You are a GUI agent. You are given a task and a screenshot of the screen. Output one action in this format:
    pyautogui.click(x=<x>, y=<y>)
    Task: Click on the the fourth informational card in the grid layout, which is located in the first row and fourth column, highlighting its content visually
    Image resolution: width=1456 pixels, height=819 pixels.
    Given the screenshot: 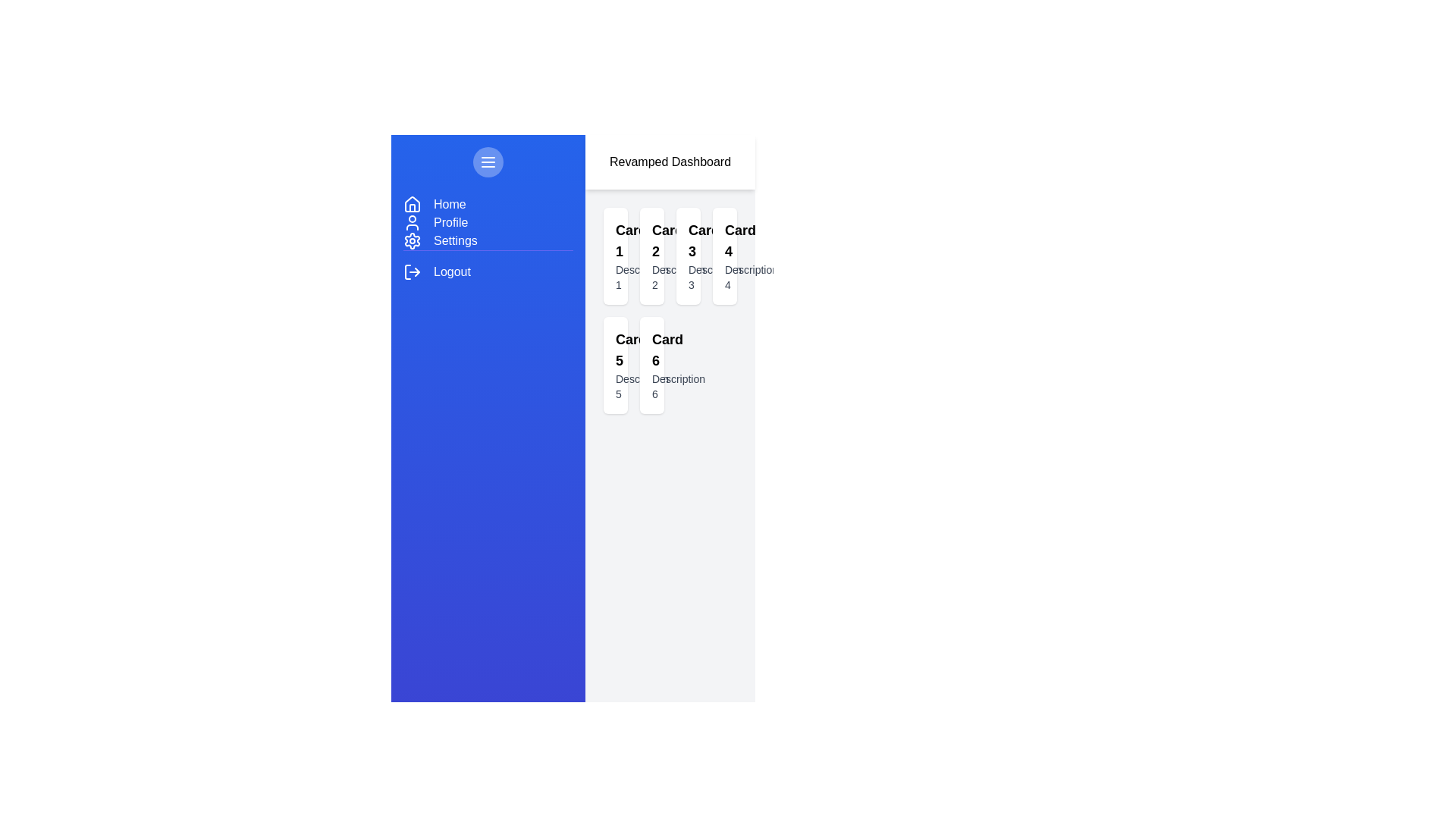 What is the action you would take?
    pyautogui.click(x=723, y=256)
    